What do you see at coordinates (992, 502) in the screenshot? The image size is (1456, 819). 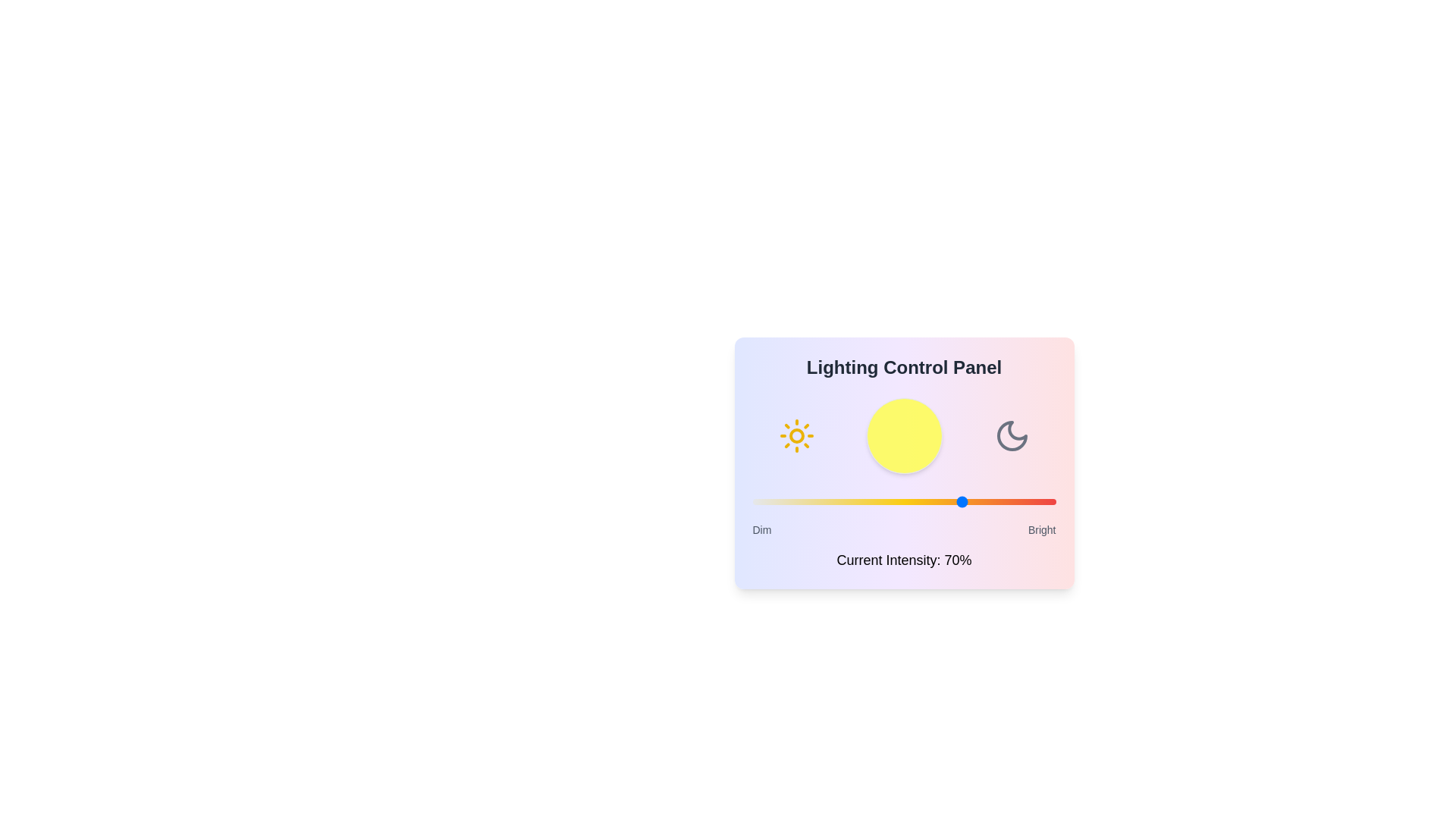 I see `the light intensity slider to 79% to observe the changes in the visualization` at bounding box center [992, 502].